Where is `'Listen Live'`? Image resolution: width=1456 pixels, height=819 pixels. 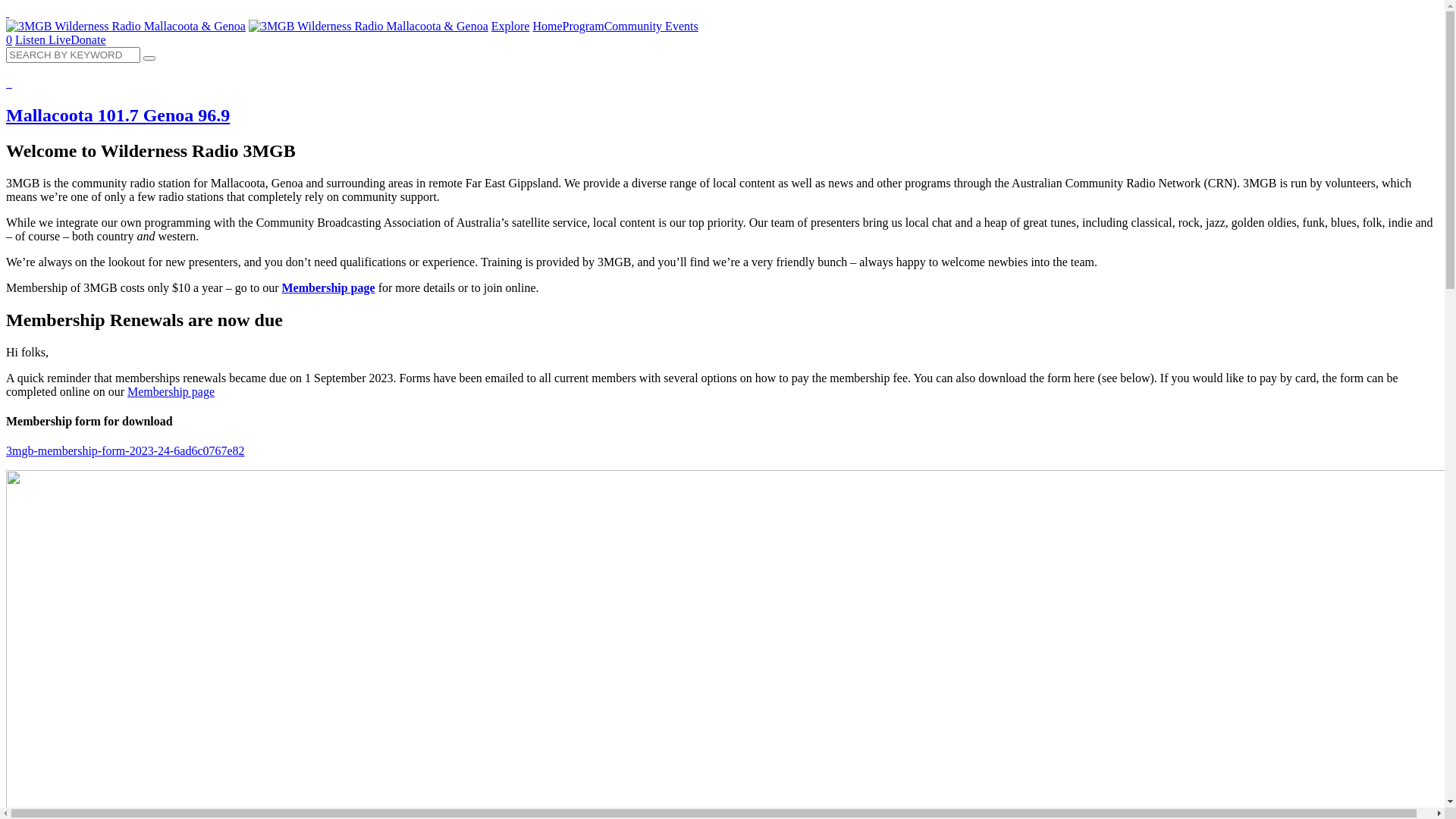
'Listen Live' is located at coordinates (42, 39).